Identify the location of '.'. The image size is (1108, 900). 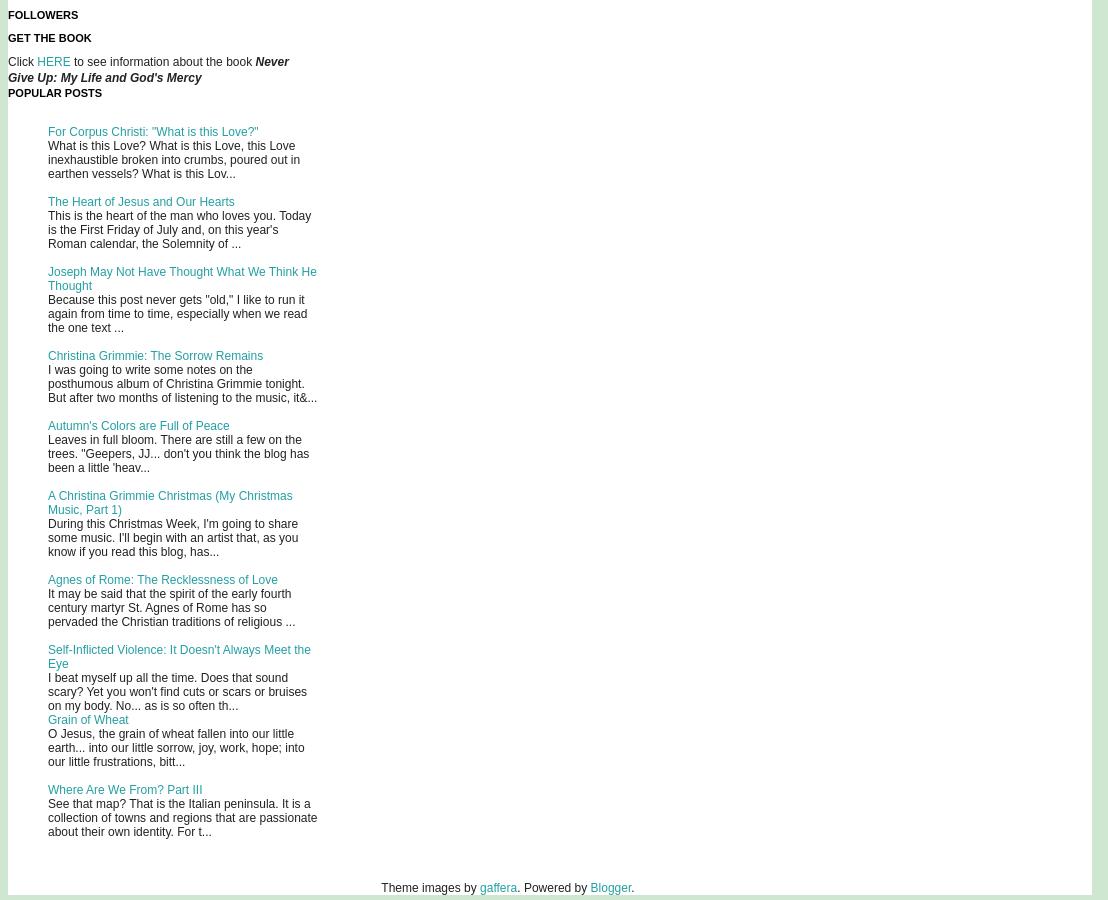
(631, 888).